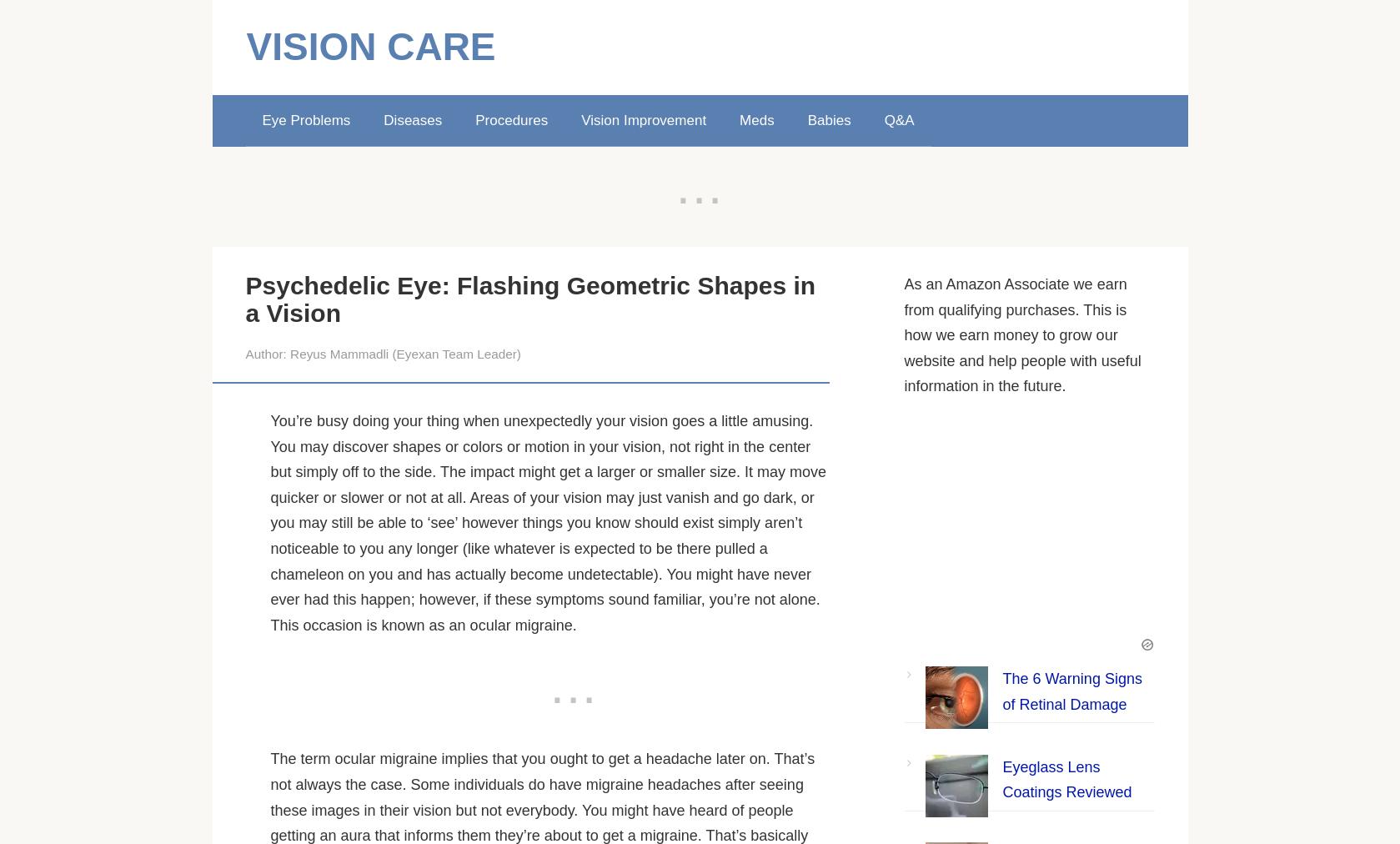  What do you see at coordinates (370, 45) in the screenshot?
I see `'VISION CARE'` at bounding box center [370, 45].